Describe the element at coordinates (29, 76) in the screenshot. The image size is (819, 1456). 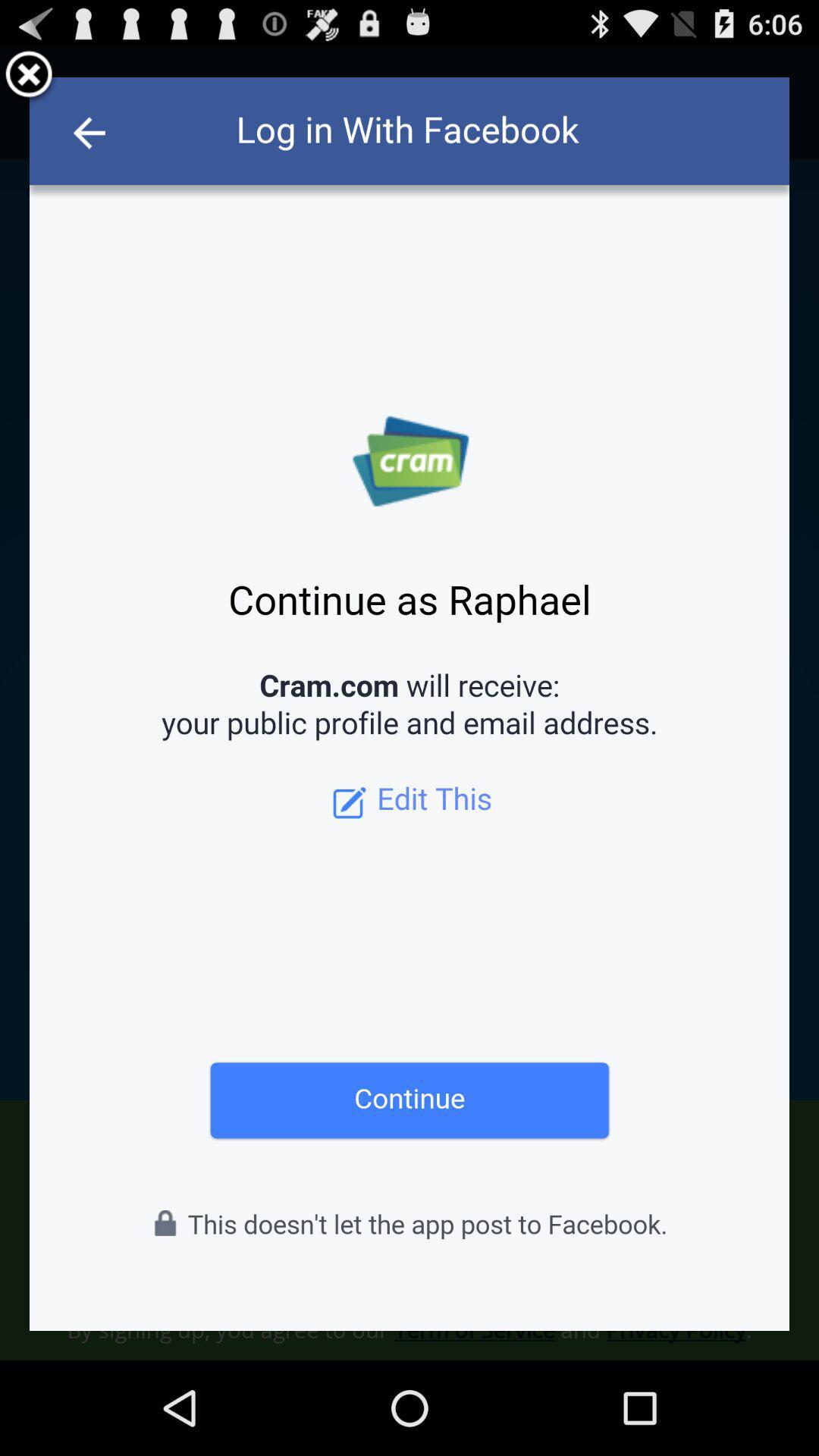
I see `delete button` at that location.